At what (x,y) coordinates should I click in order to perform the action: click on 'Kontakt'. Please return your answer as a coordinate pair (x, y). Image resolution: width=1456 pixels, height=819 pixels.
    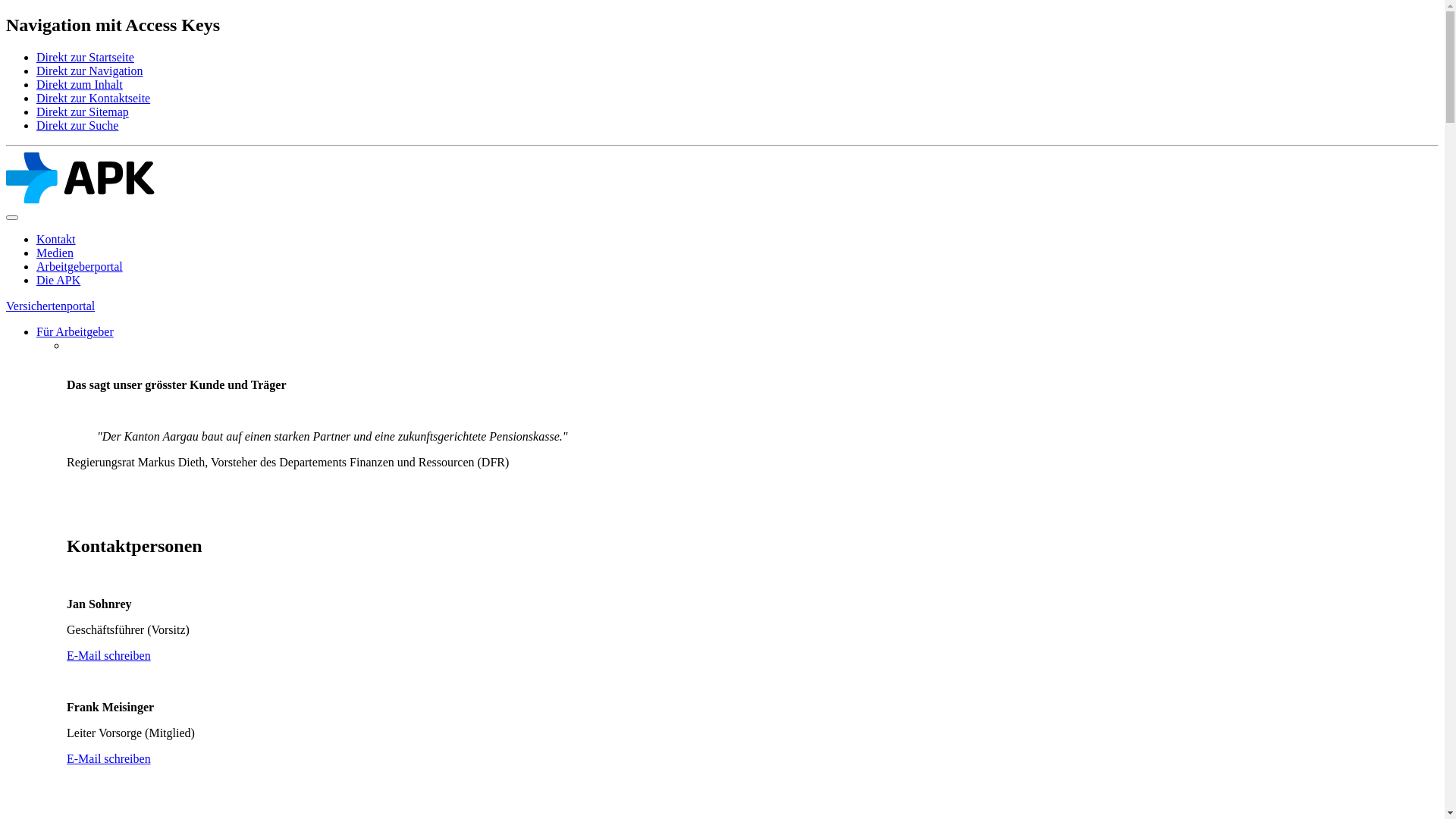
    Looking at the image, I should click on (55, 239).